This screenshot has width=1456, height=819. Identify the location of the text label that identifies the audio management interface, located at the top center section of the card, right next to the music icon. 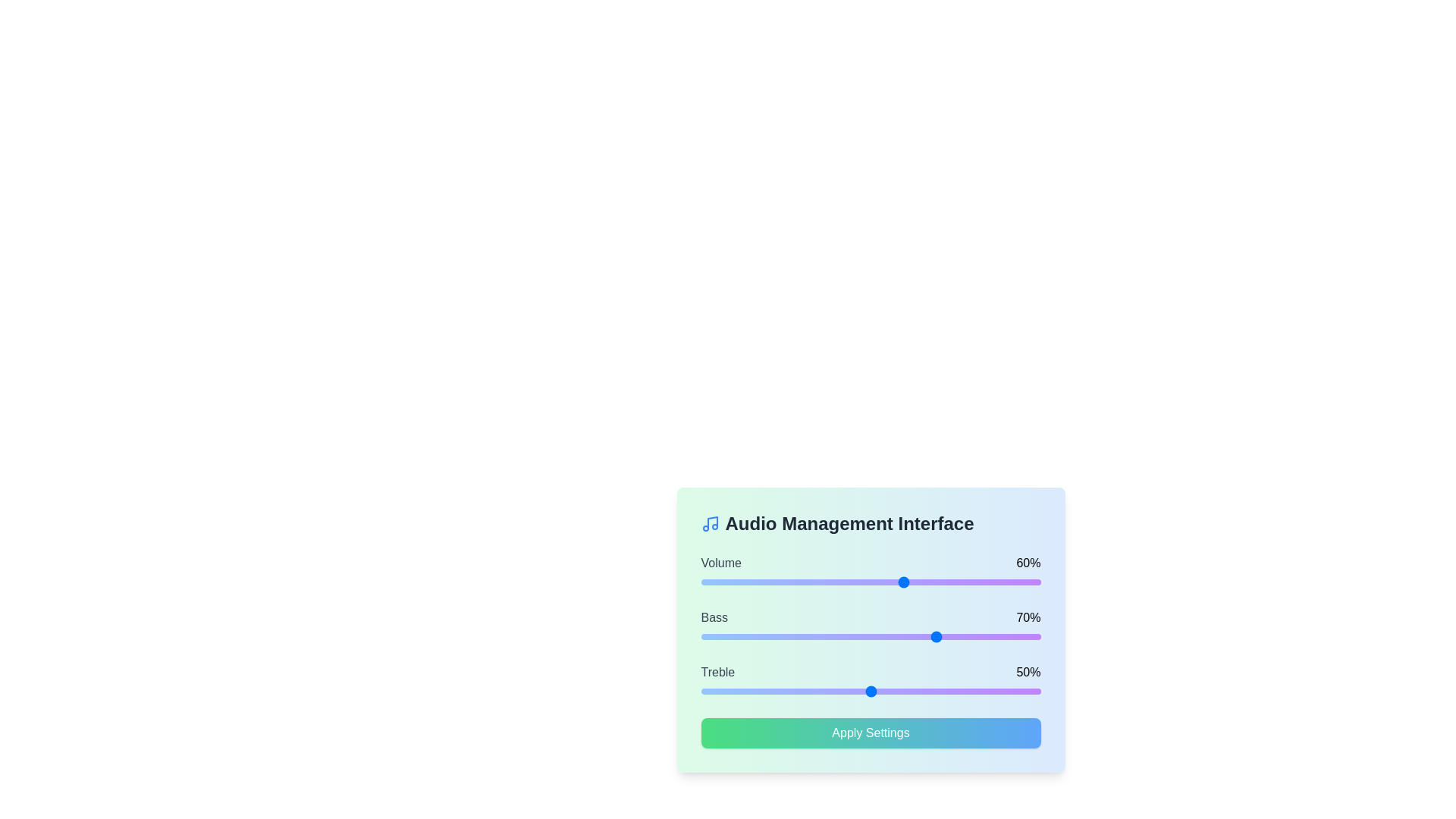
(849, 522).